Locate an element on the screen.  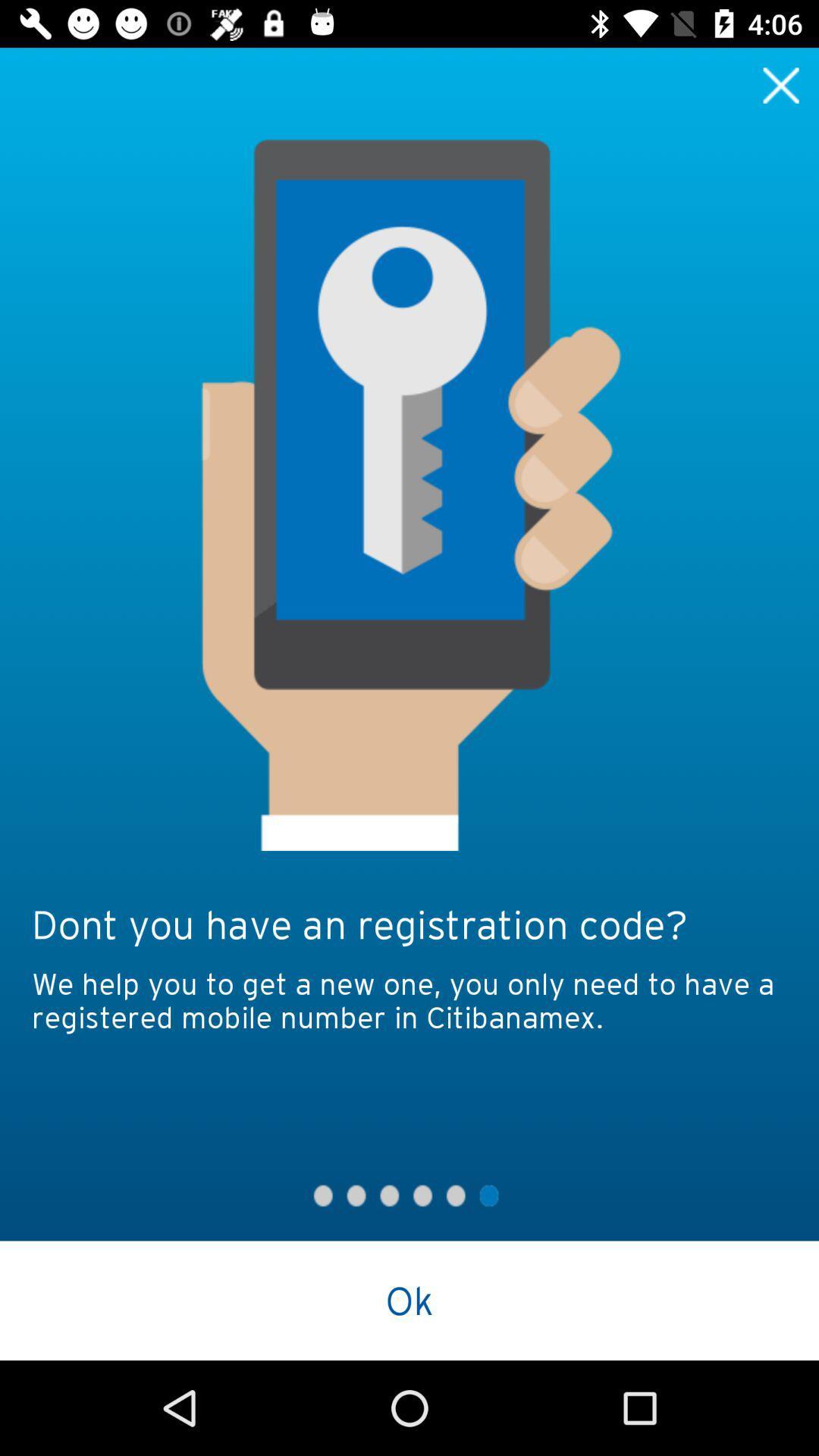
to choose is located at coordinates (781, 84).